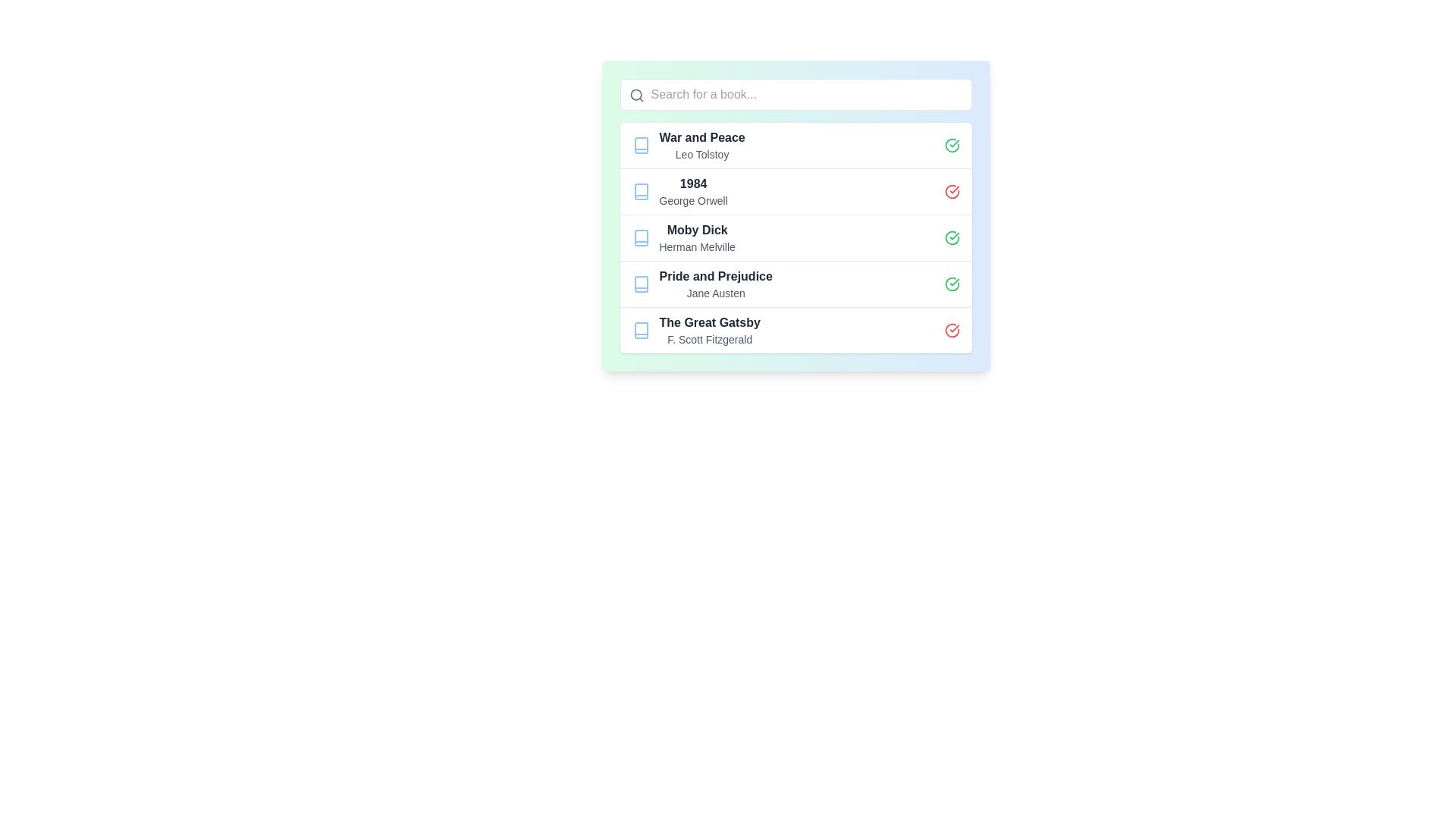  What do you see at coordinates (692, 200) in the screenshot?
I see `the text label displaying 'George Orwell', which is a small, light gray font indicating the author's name, located below the bold '1984' text` at bounding box center [692, 200].